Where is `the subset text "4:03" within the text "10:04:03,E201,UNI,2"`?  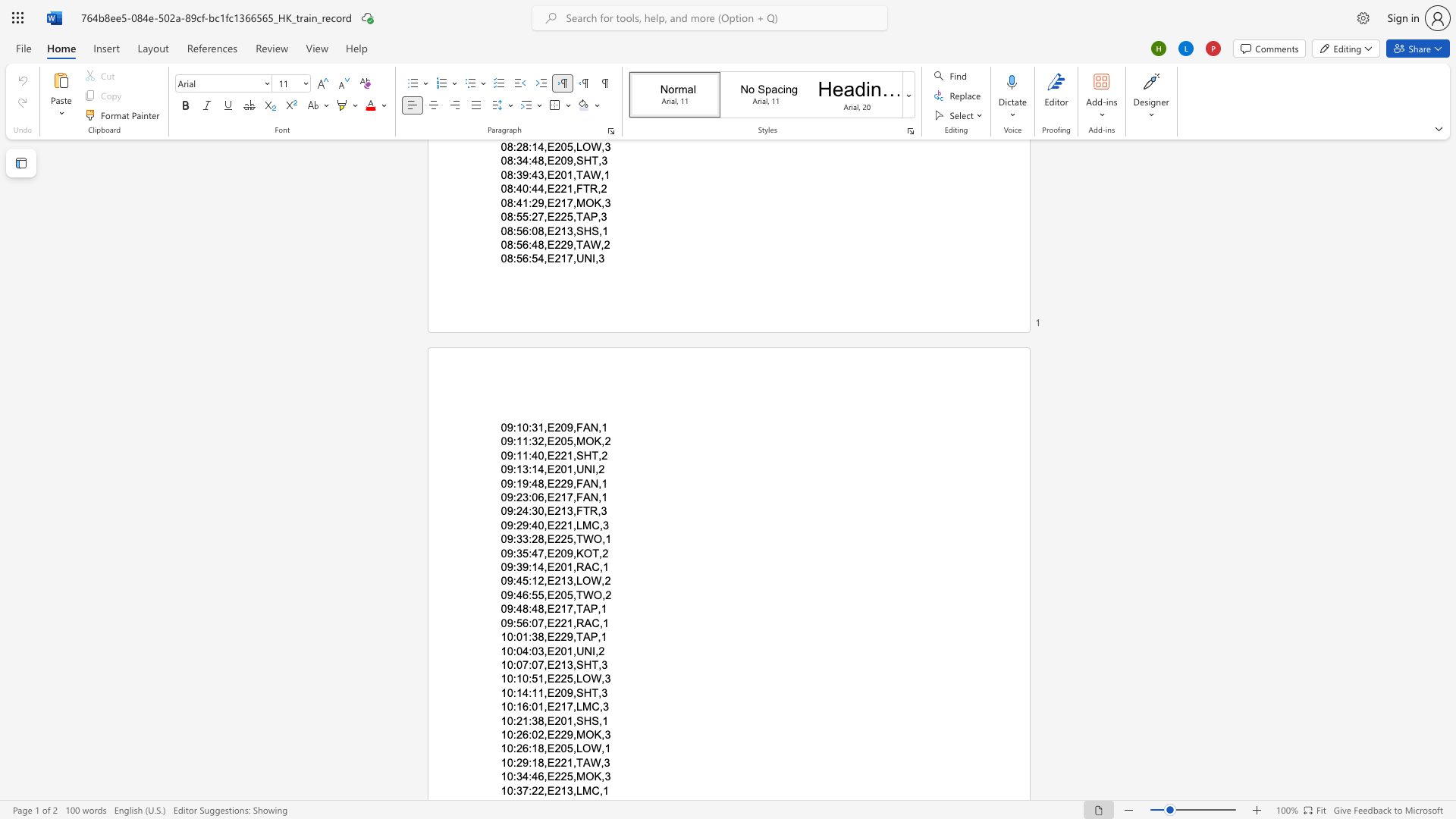 the subset text "4:03" within the text "10:04:03,E201,UNI,2" is located at coordinates (522, 650).